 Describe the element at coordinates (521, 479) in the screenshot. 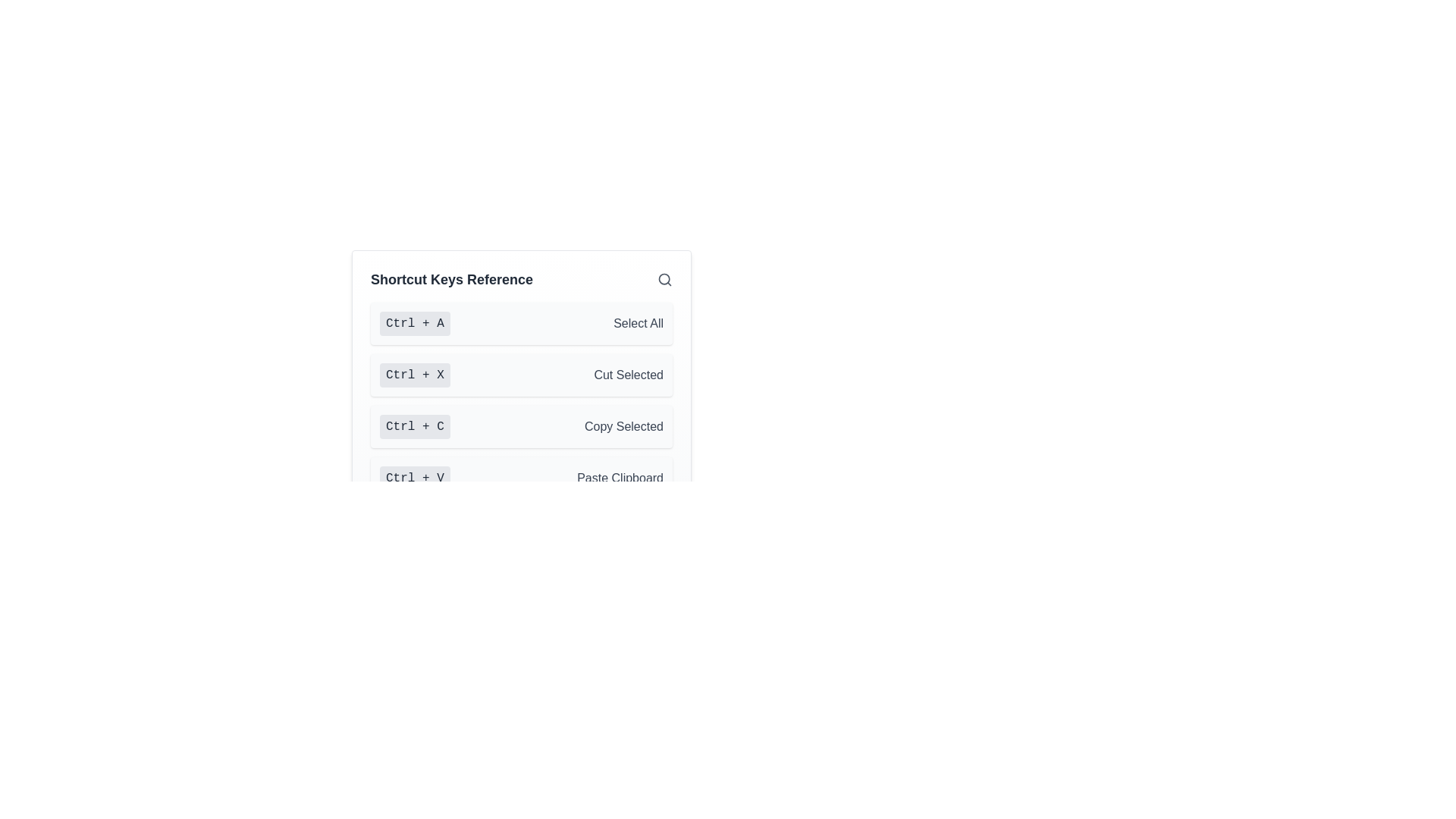

I see `the Informational display element showing 'Ctrl + V' and 'Paste Clipboard', which is the fourth item in a vertical list of shortcut key references` at that location.